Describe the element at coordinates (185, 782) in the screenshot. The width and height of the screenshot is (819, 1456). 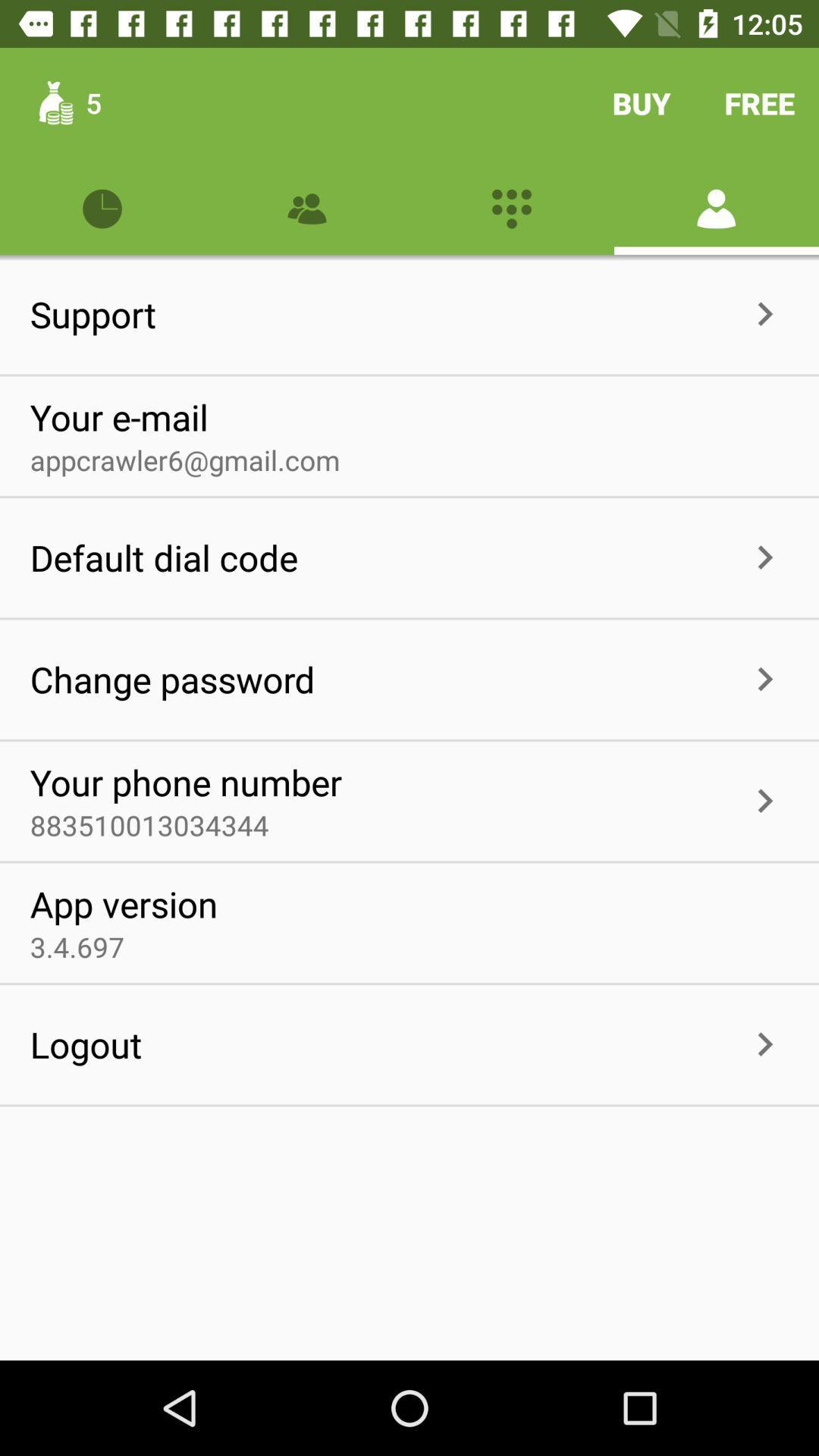
I see `icon above 883510013034344 item` at that location.